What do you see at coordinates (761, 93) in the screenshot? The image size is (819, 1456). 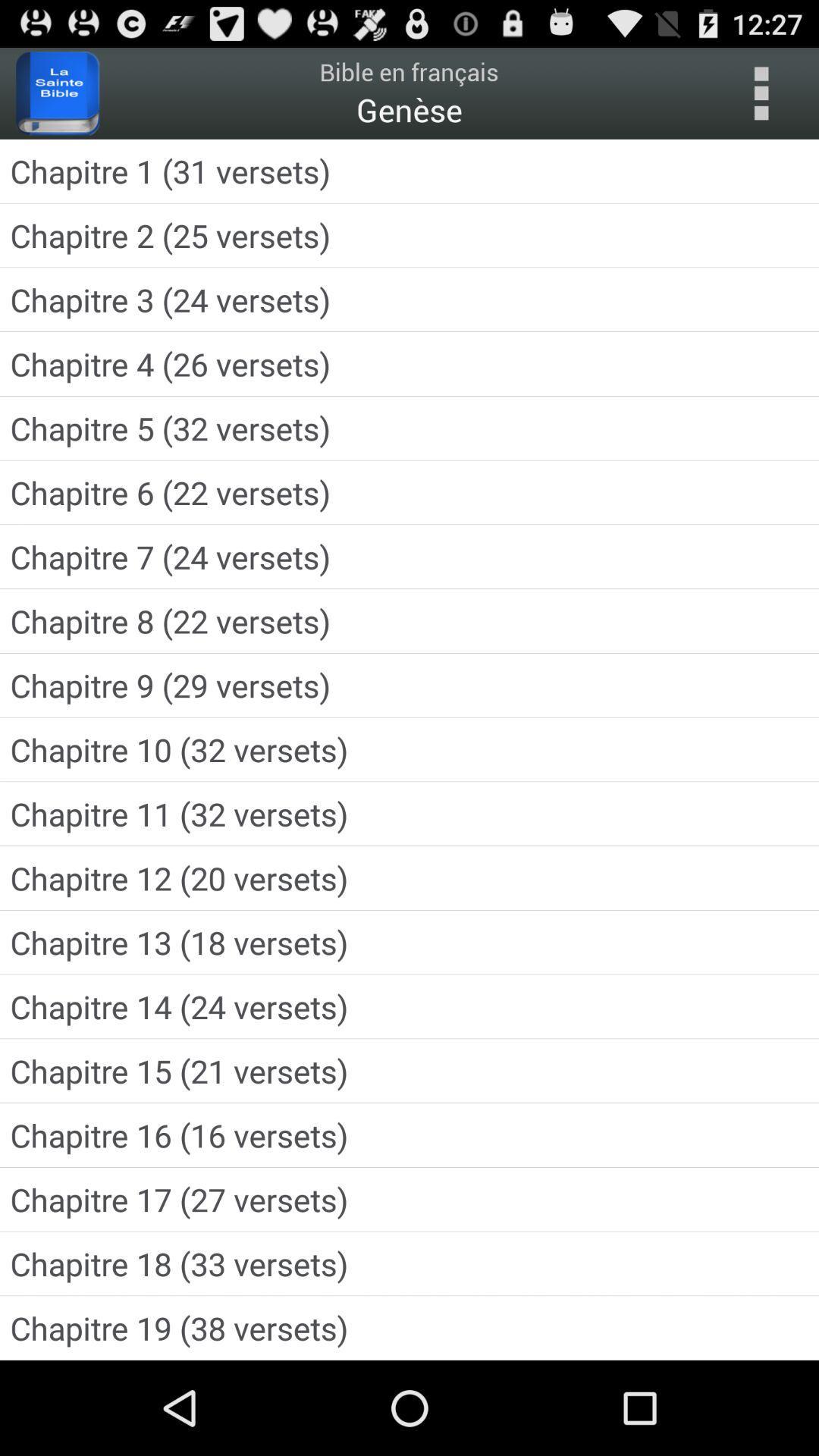 I see `go back` at bounding box center [761, 93].